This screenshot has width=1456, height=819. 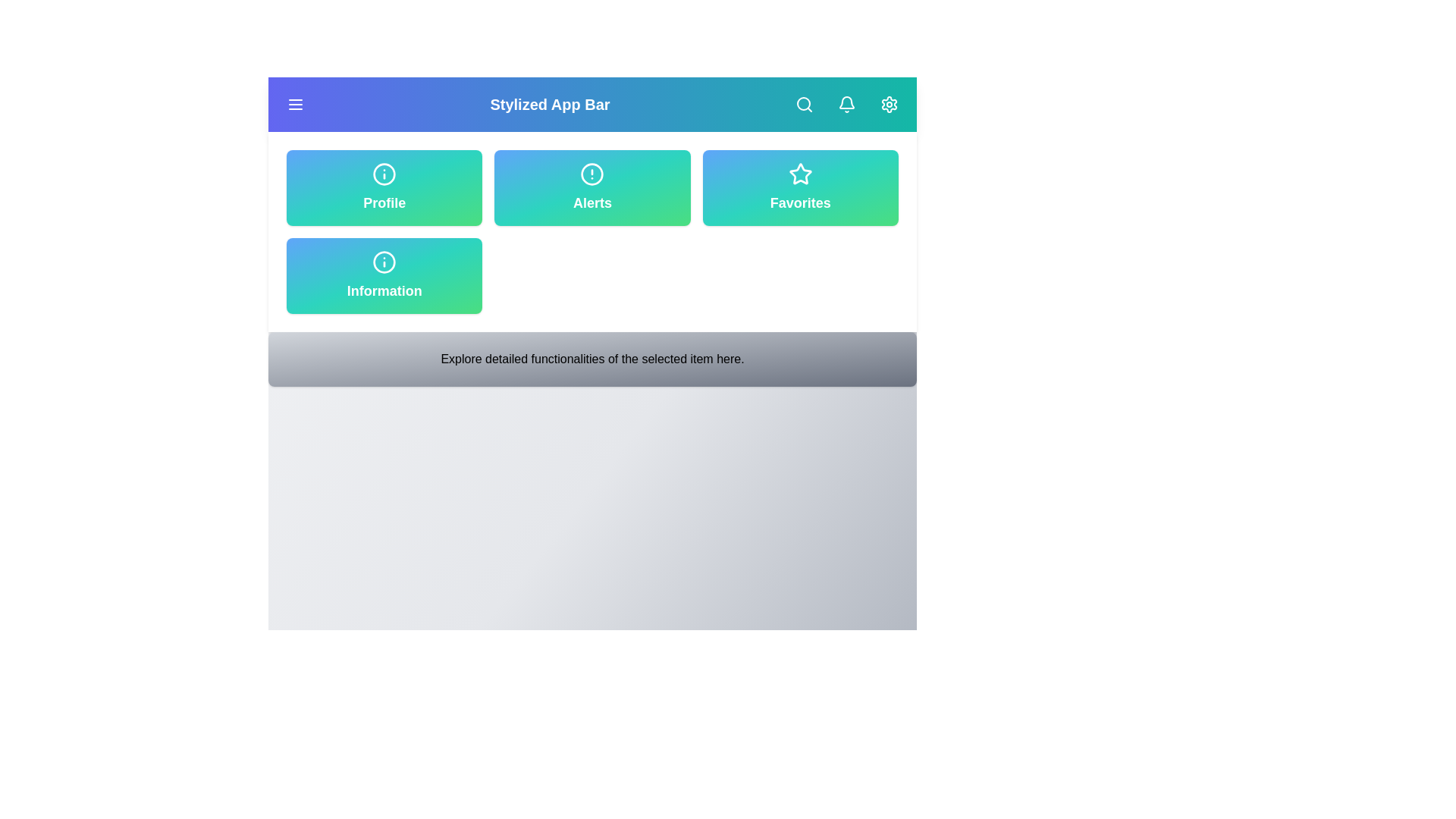 What do you see at coordinates (591, 359) in the screenshot?
I see `the detailed functionalities section to interact with it` at bounding box center [591, 359].